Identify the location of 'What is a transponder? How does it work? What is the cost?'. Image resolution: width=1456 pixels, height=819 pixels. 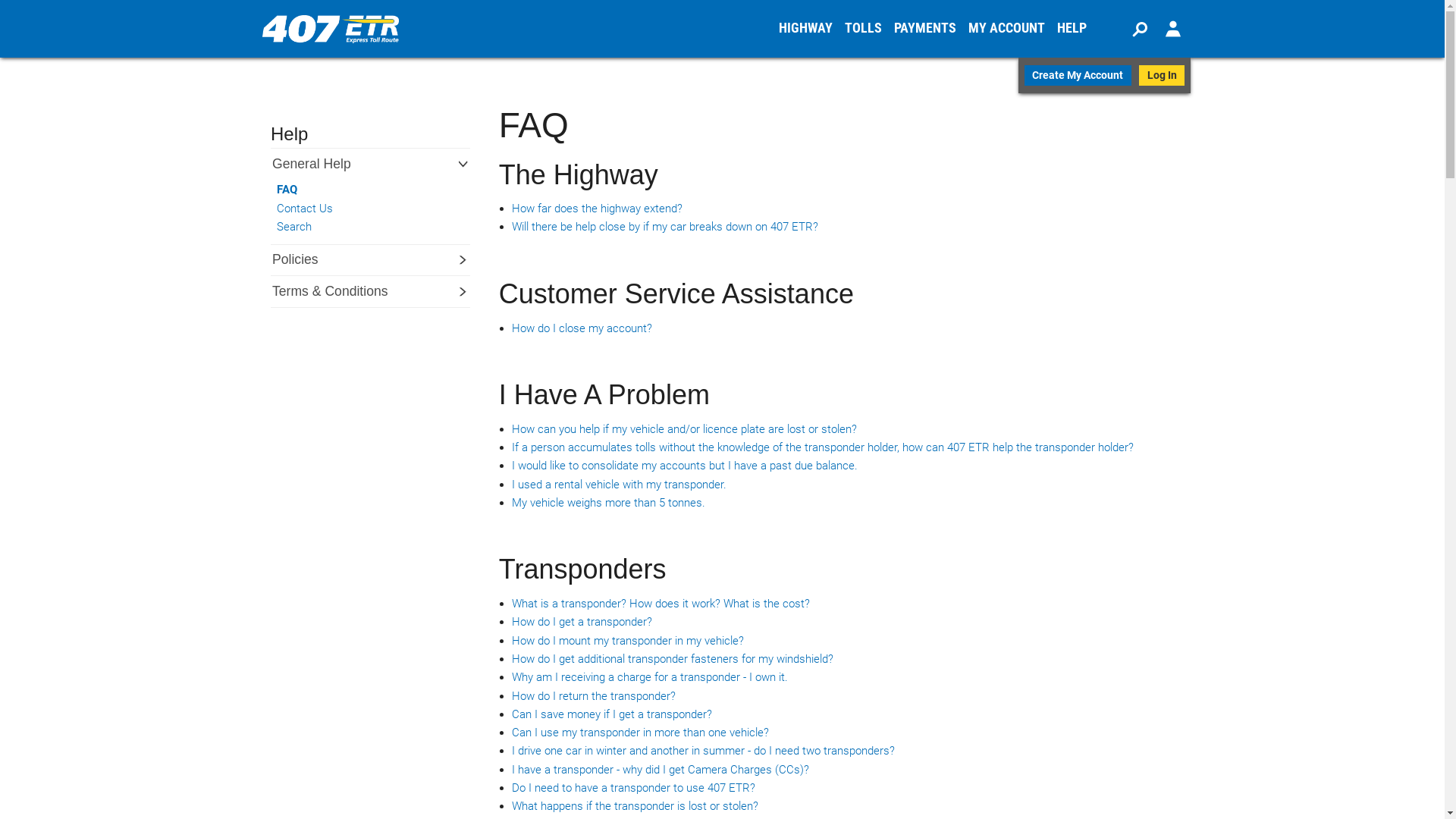
(661, 602).